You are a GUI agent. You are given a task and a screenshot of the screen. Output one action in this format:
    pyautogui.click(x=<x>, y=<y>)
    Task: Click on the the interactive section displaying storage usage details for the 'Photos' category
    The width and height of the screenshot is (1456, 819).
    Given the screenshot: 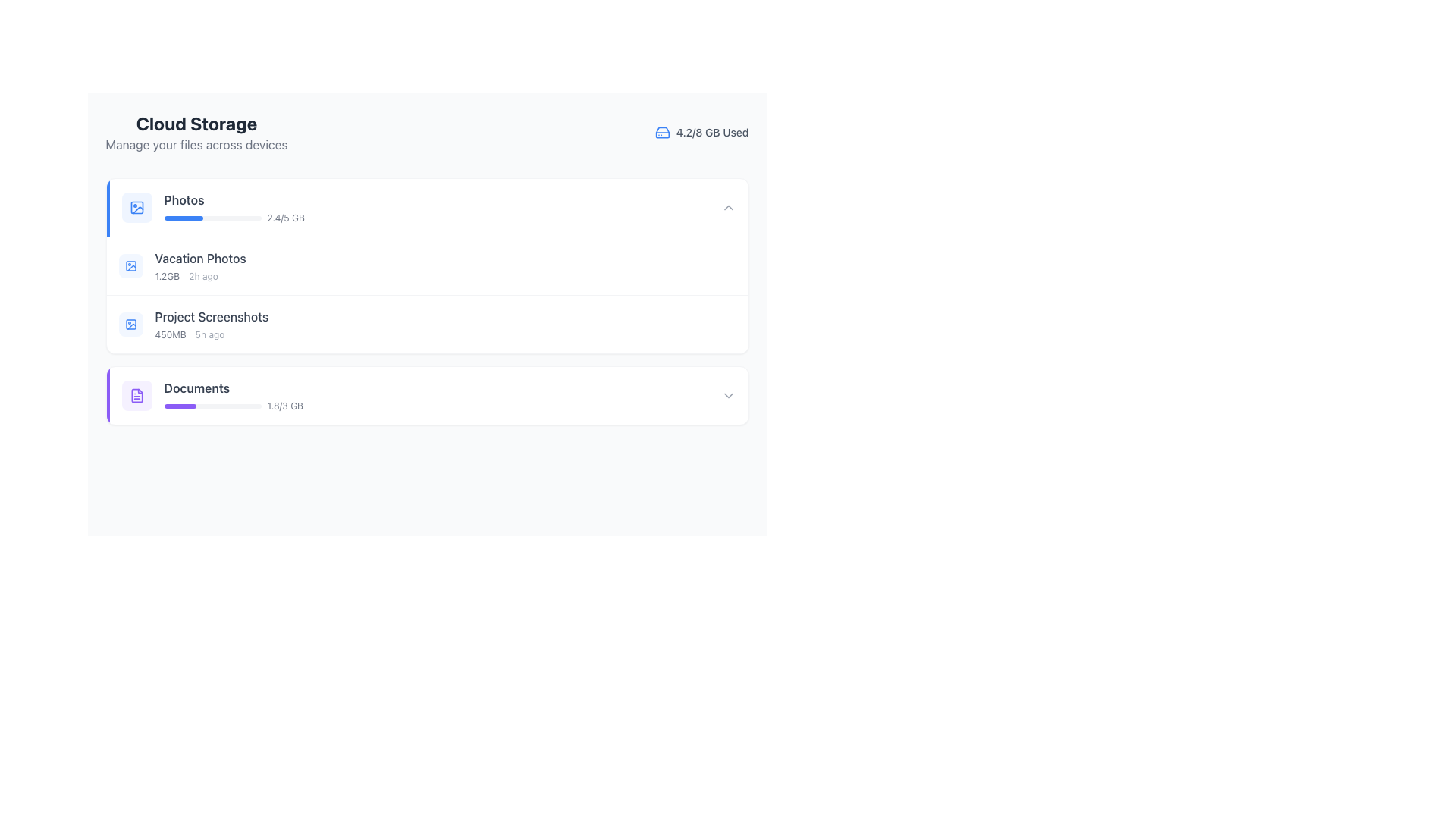 What is the action you would take?
    pyautogui.click(x=426, y=207)
    